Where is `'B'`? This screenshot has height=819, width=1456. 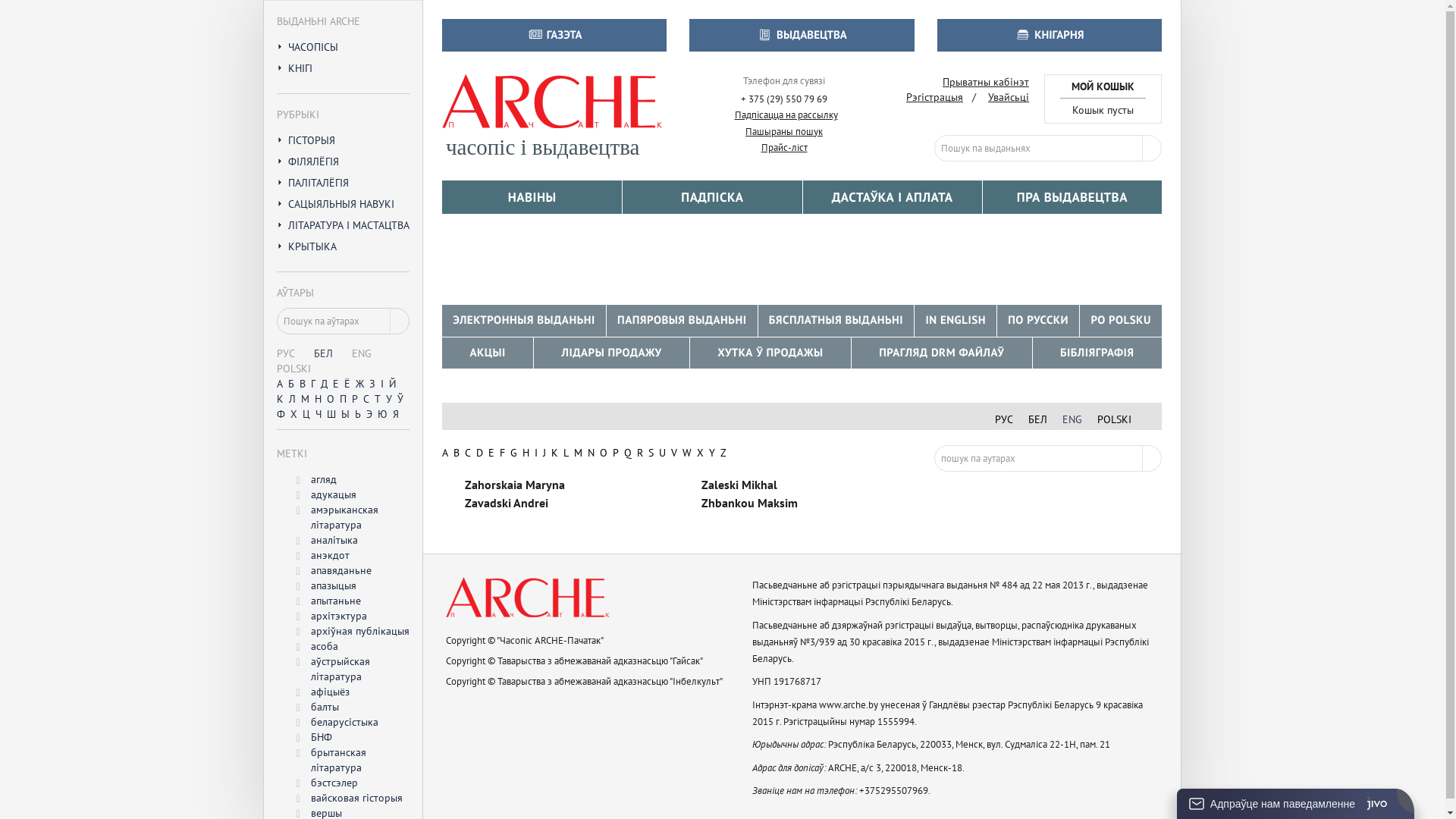 'B' is located at coordinates (455, 452).